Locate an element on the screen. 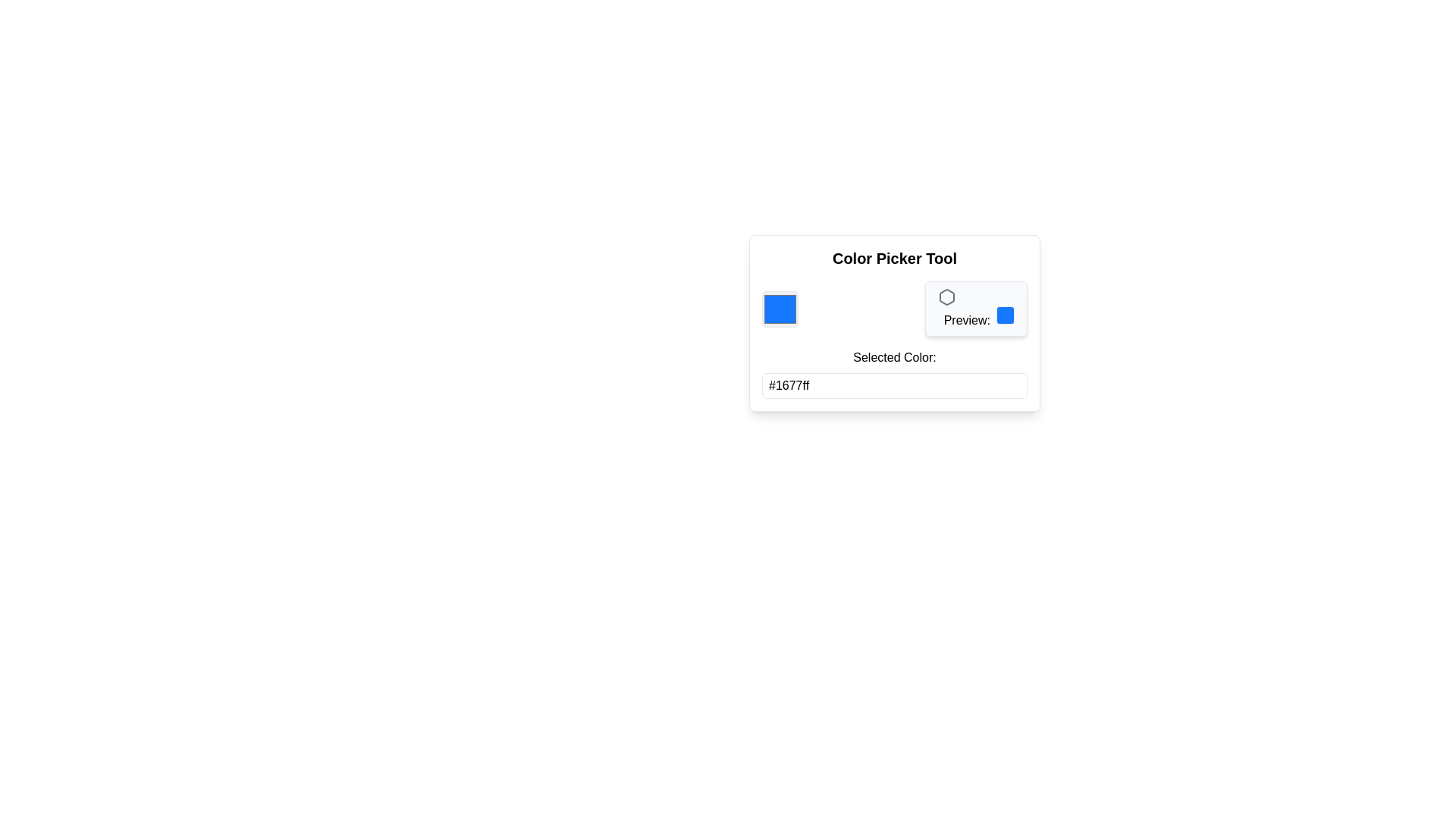  the hexagonal icon located in the 'Preview' section, which features a stroke-based design with grayish lines and is positioned adjacent to a blue color swatch is located at coordinates (946, 297).